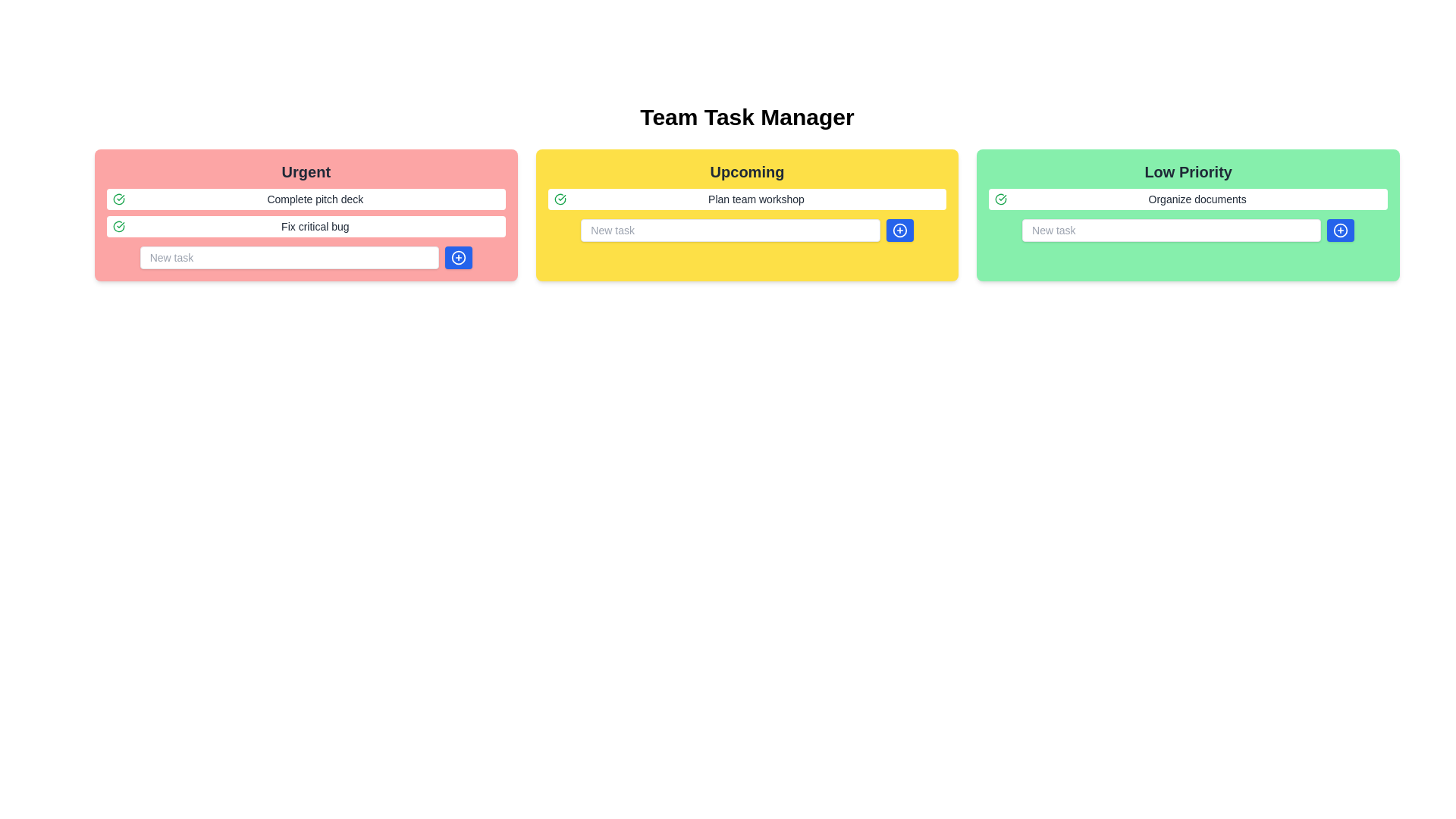 This screenshot has height=819, width=1456. I want to click on the circular green icon with a checkmark located to the left of the text 'Plan team workshop' in the 'Upcoming' column's task list, so click(559, 198).